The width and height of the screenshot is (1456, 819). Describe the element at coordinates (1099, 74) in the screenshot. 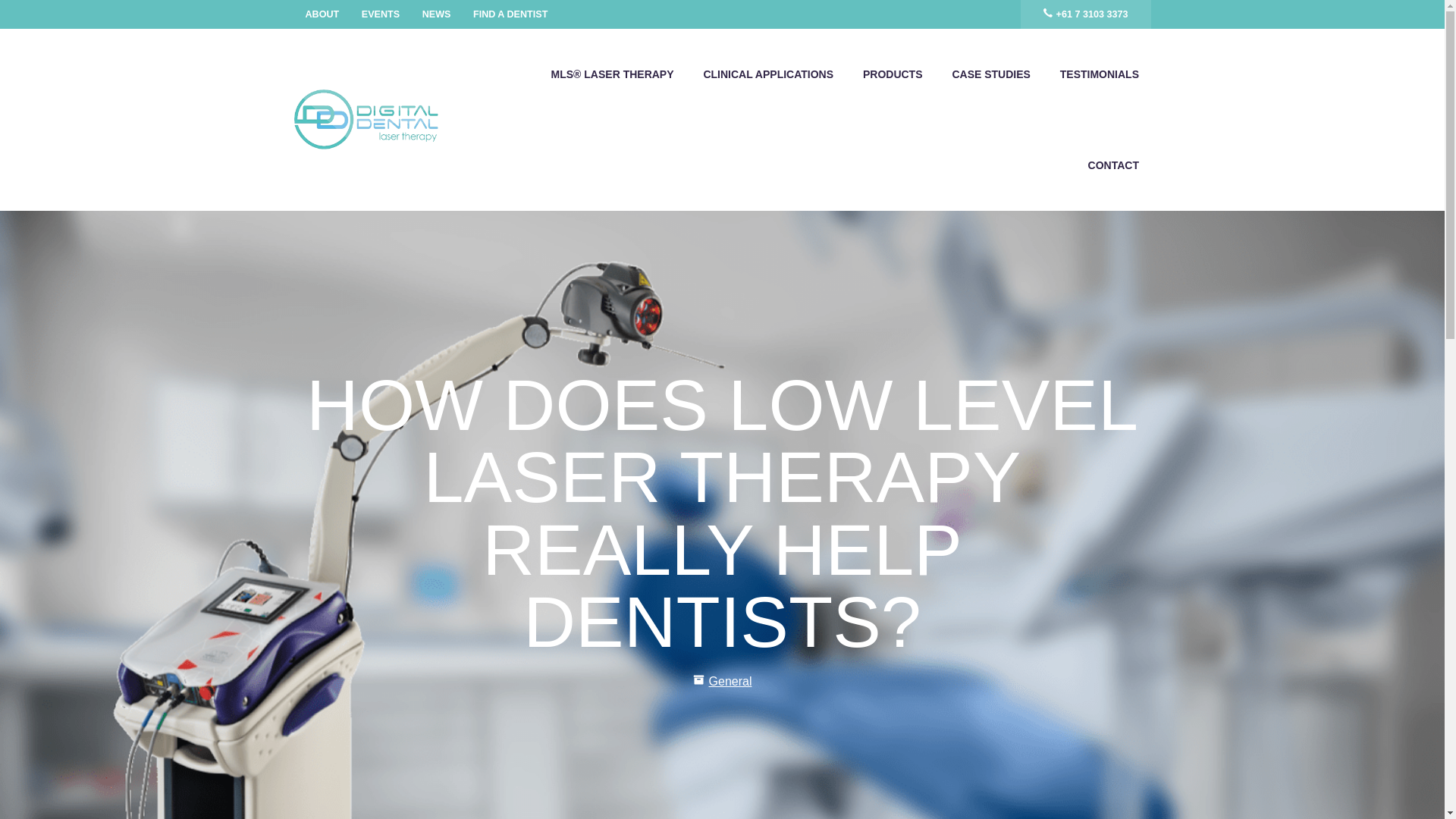

I see `'TESTIMONIALS'` at that location.